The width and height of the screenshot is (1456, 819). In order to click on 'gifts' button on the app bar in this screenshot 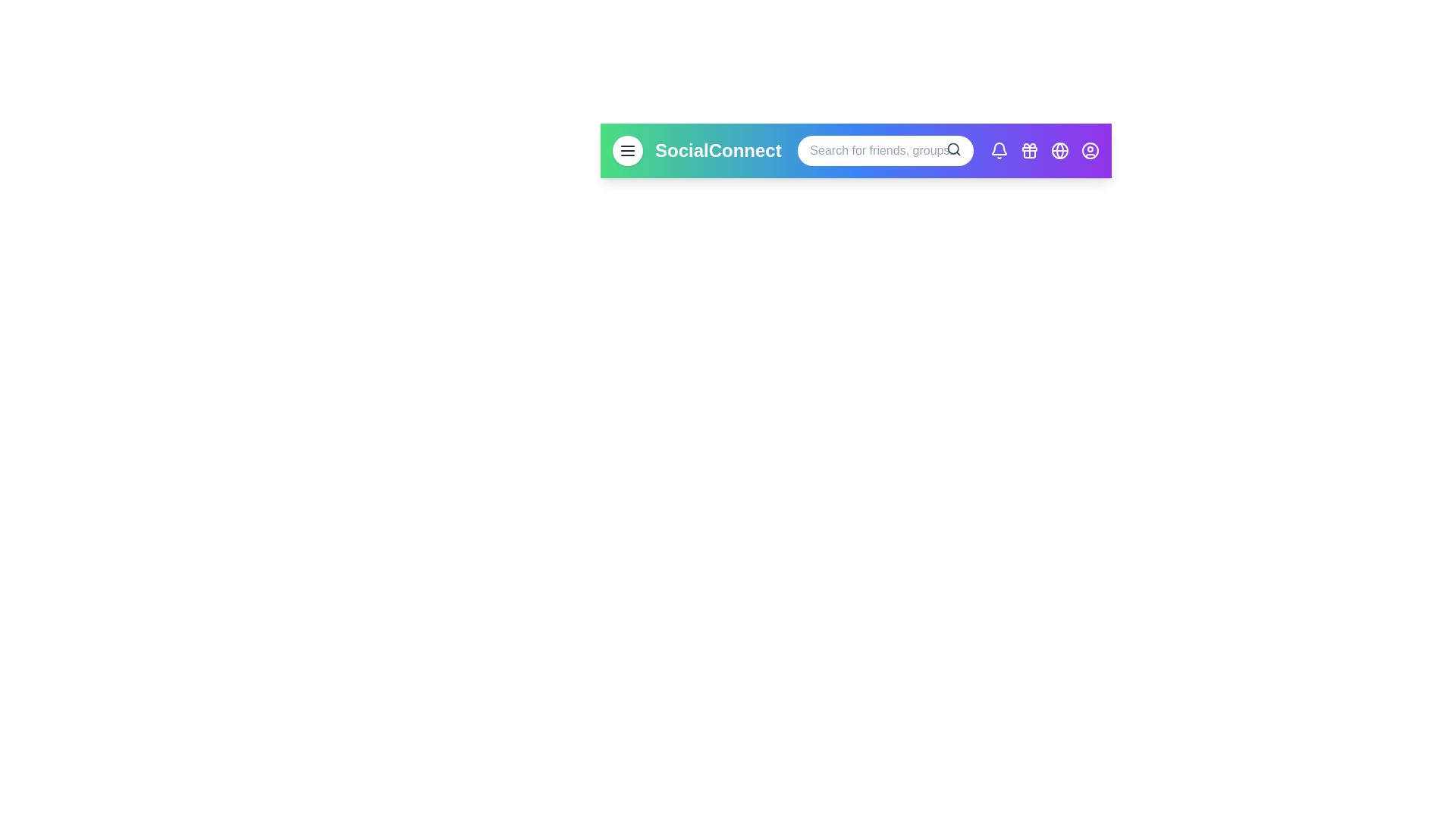, I will do `click(1030, 151)`.